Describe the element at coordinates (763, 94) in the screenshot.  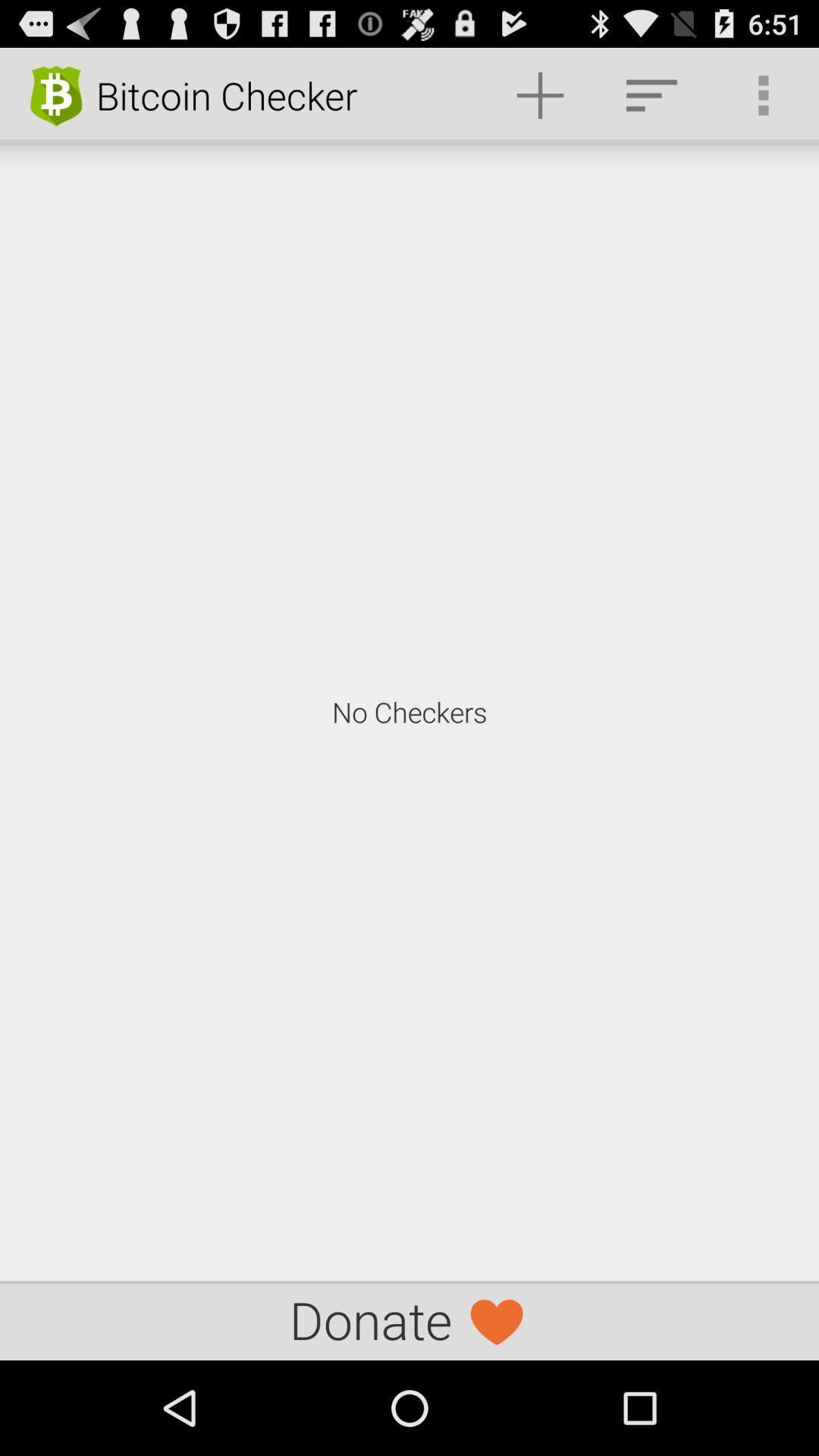
I see `icon above no checkers icon` at that location.